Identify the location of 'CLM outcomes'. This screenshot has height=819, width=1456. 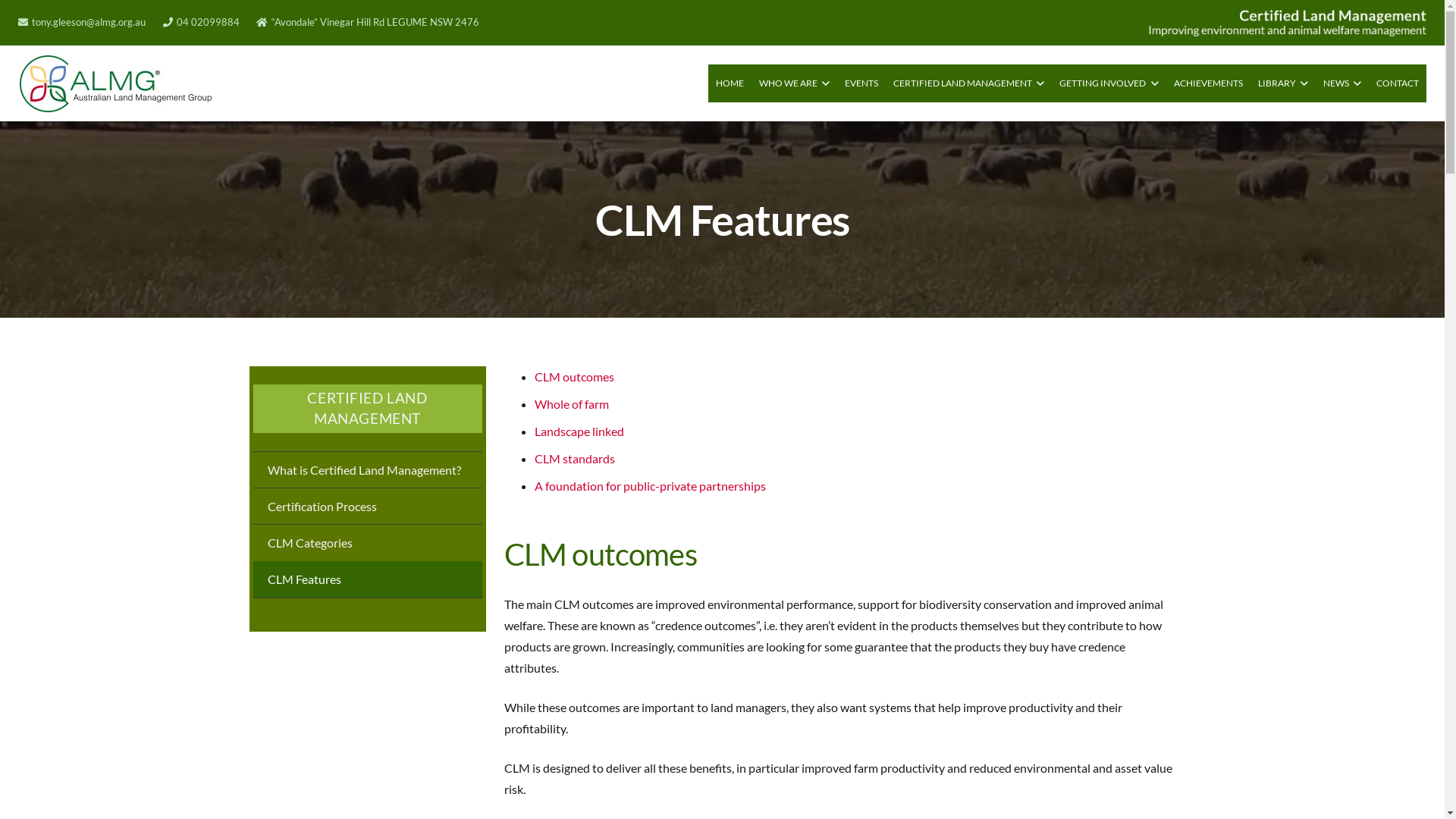
(573, 375).